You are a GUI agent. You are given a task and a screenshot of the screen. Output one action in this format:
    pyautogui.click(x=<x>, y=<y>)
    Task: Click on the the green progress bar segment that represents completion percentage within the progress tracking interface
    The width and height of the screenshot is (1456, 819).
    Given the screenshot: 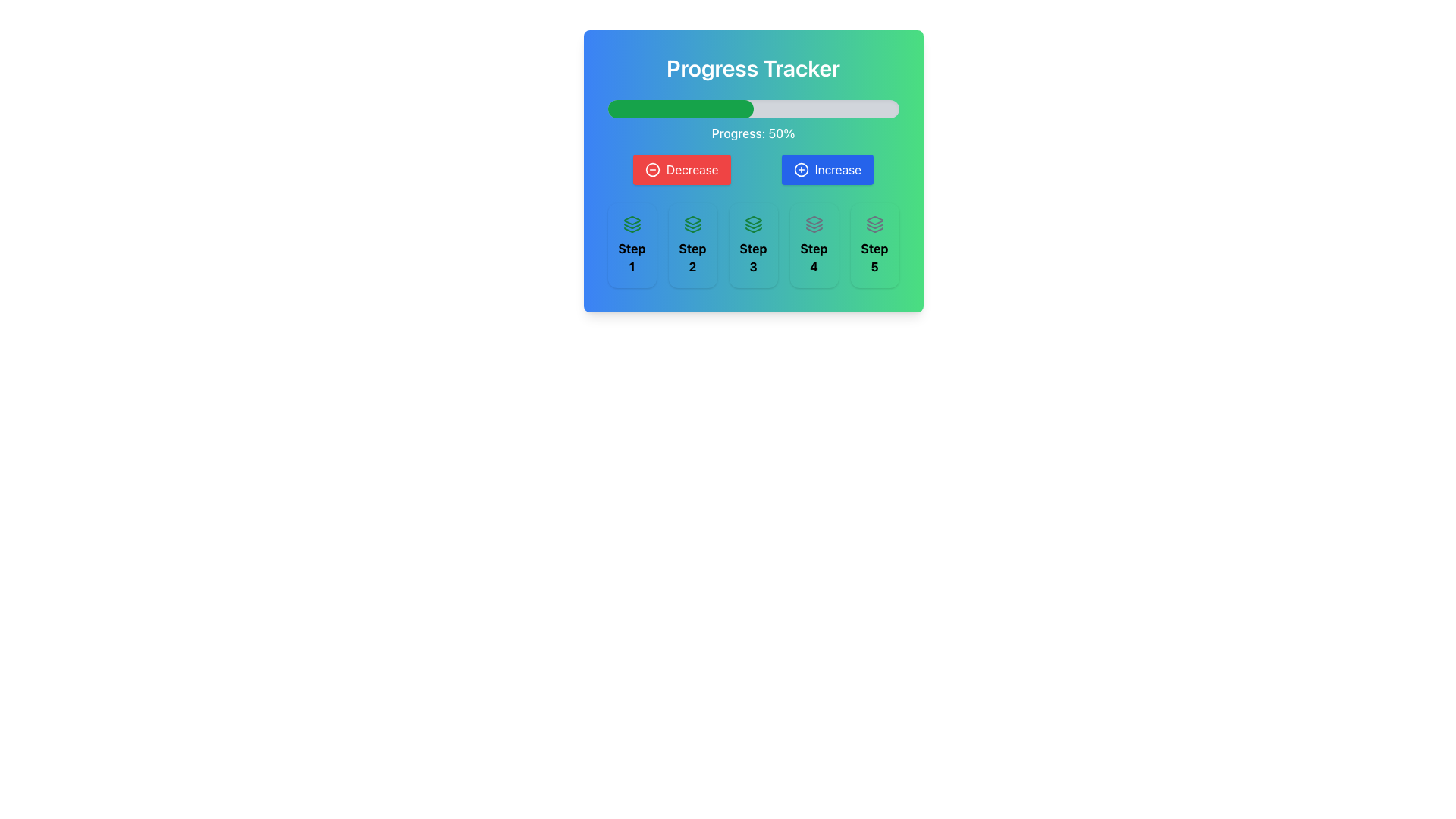 What is the action you would take?
    pyautogui.click(x=679, y=108)
    